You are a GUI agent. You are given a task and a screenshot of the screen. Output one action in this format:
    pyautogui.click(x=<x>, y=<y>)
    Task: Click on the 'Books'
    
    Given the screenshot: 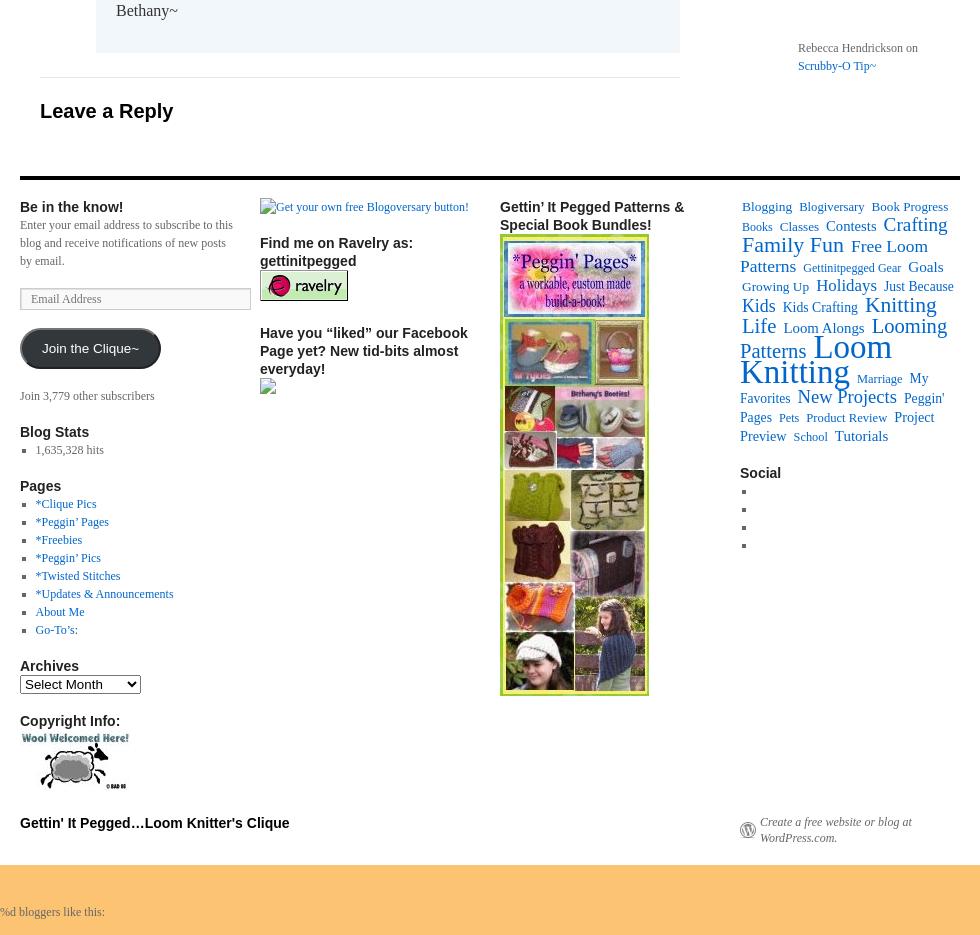 What is the action you would take?
    pyautogui.click(x=756, y=225)
    